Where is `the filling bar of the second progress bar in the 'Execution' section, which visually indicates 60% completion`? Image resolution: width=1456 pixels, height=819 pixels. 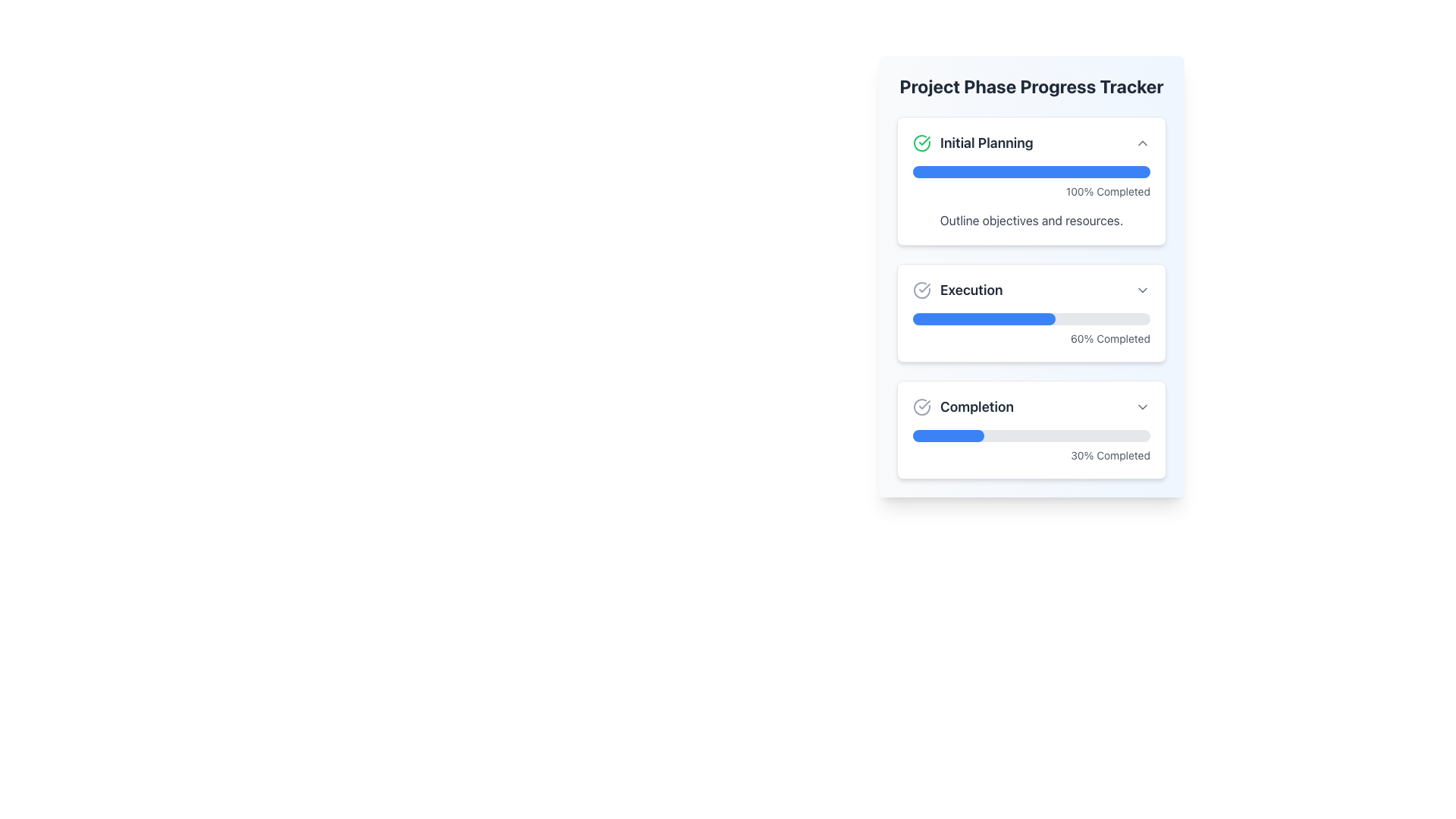 the filling bar of the second progress bar in the 'Execution' section, which visually indicates 60% completion is located at coordinates (984, 318).